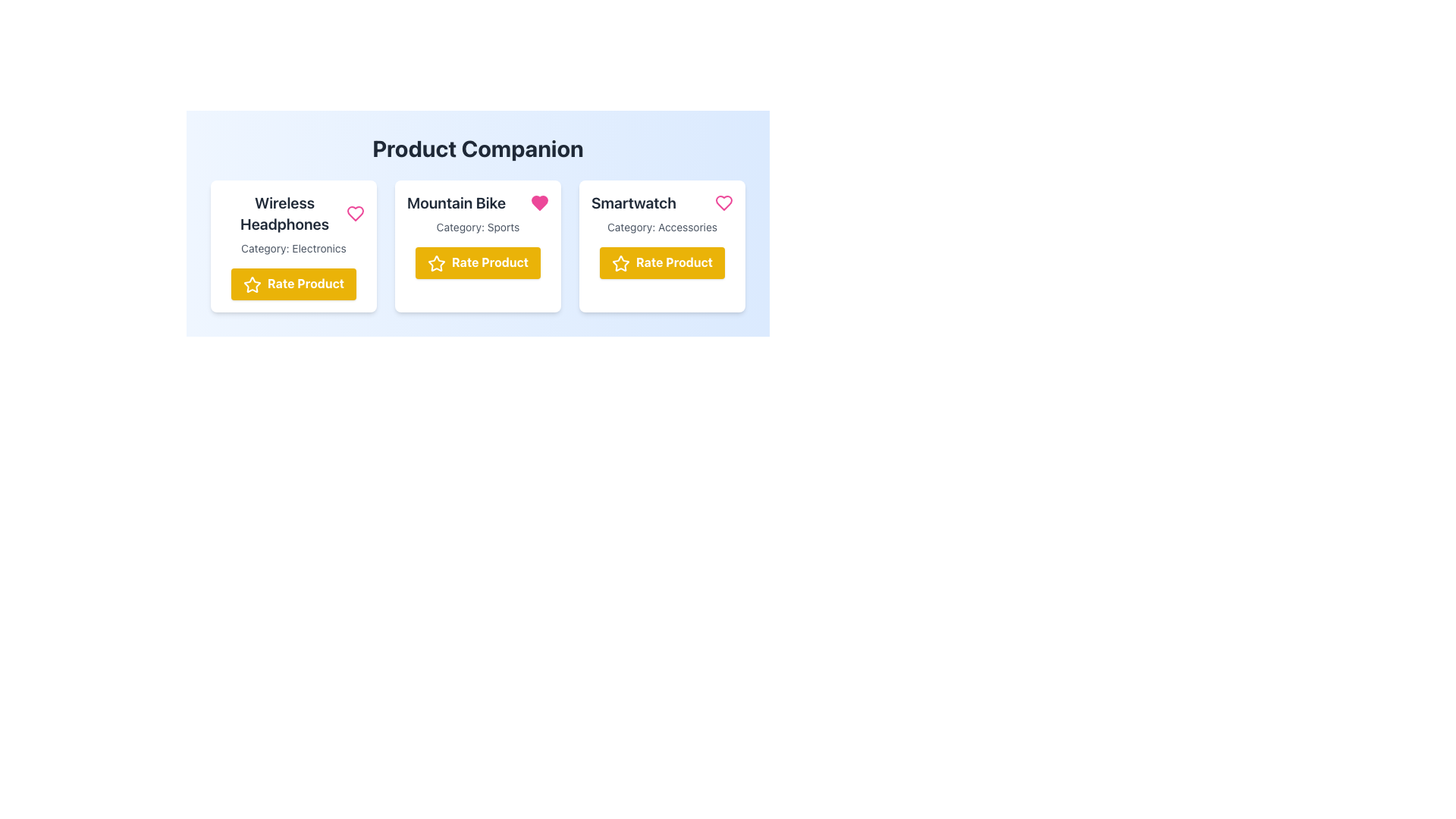  What do you see at coordinates (252, 284) in the screenshot?
I see `the decorative rating icon associated with the 'Rate Product' button located in the second card under 'Product Companion' heading` at bounding box center [252, 284].